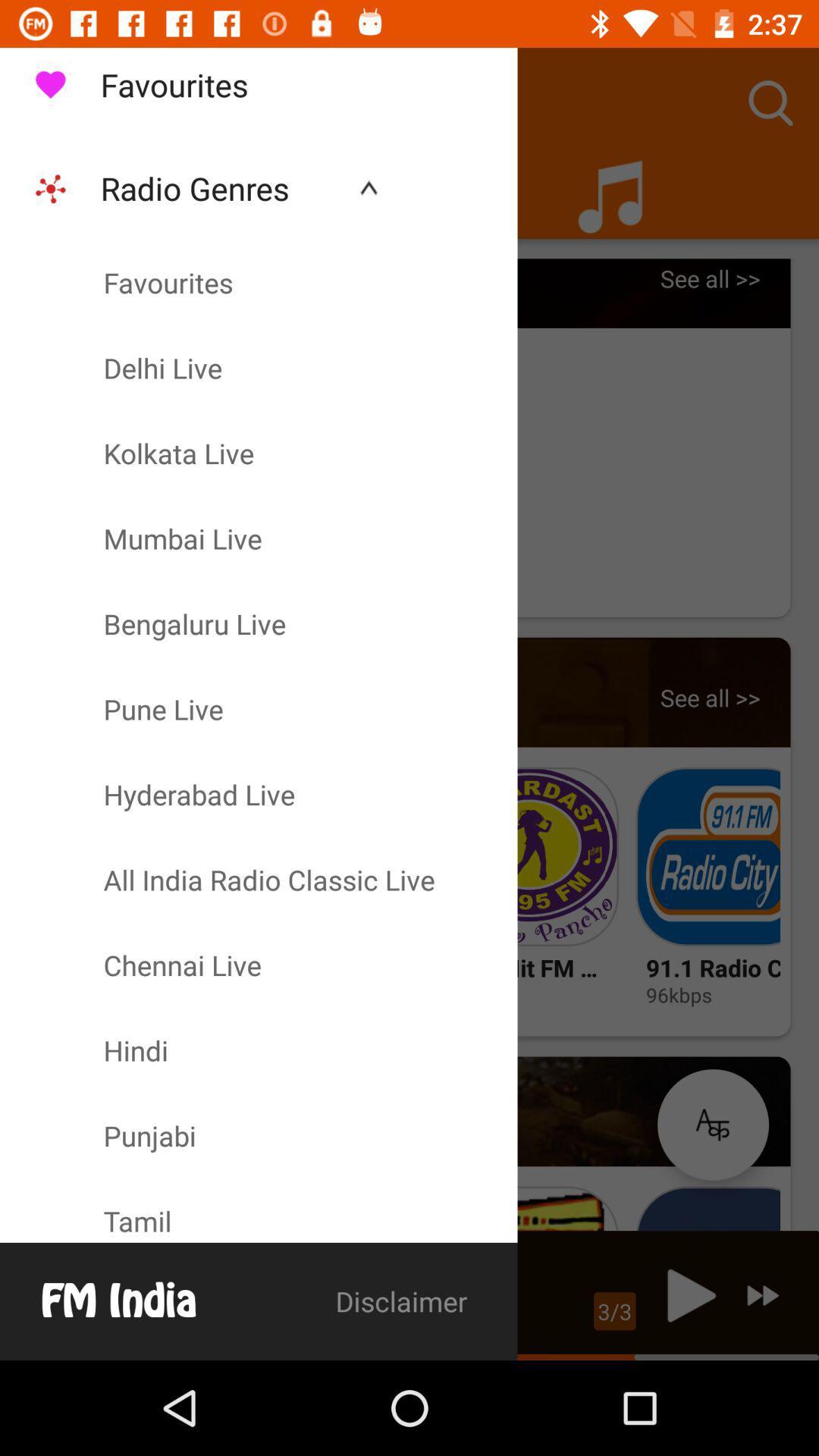  What do you see at coordinates (687, 1294) in the screenshot?
I see `the play icon` at bounding box center [687, 1294].